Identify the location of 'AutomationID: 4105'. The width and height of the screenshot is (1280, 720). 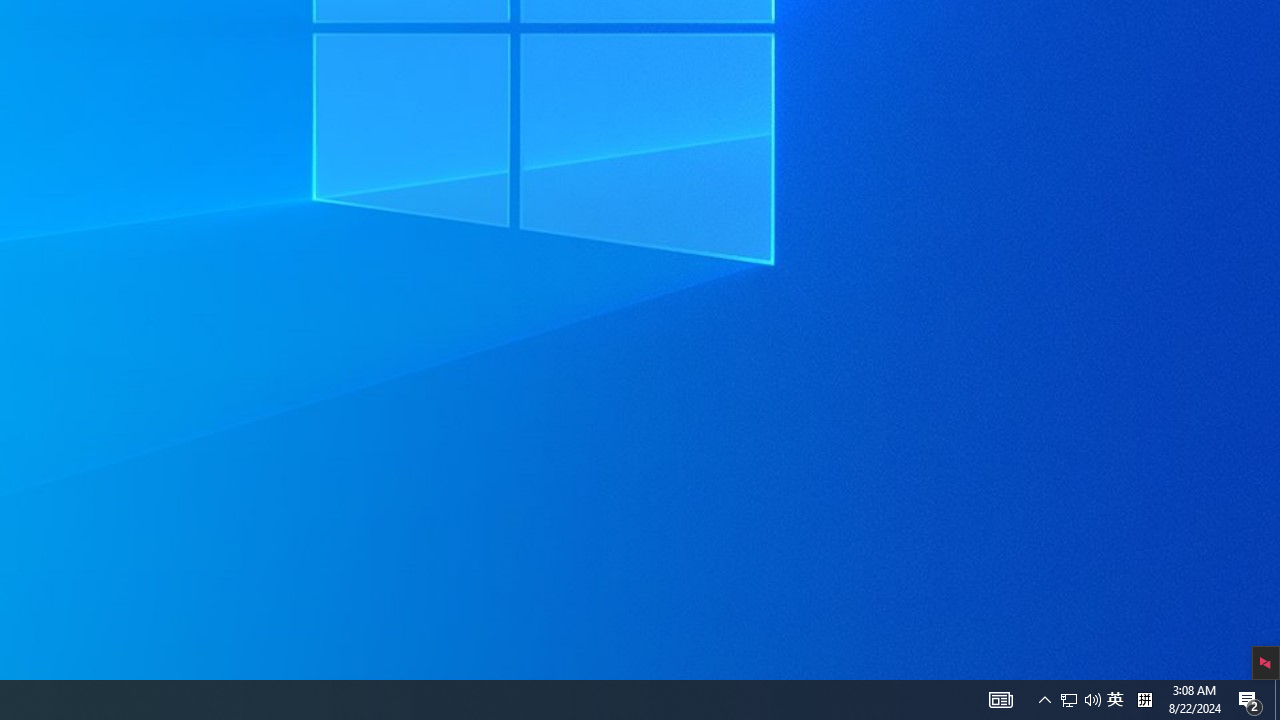
(1000, 698).